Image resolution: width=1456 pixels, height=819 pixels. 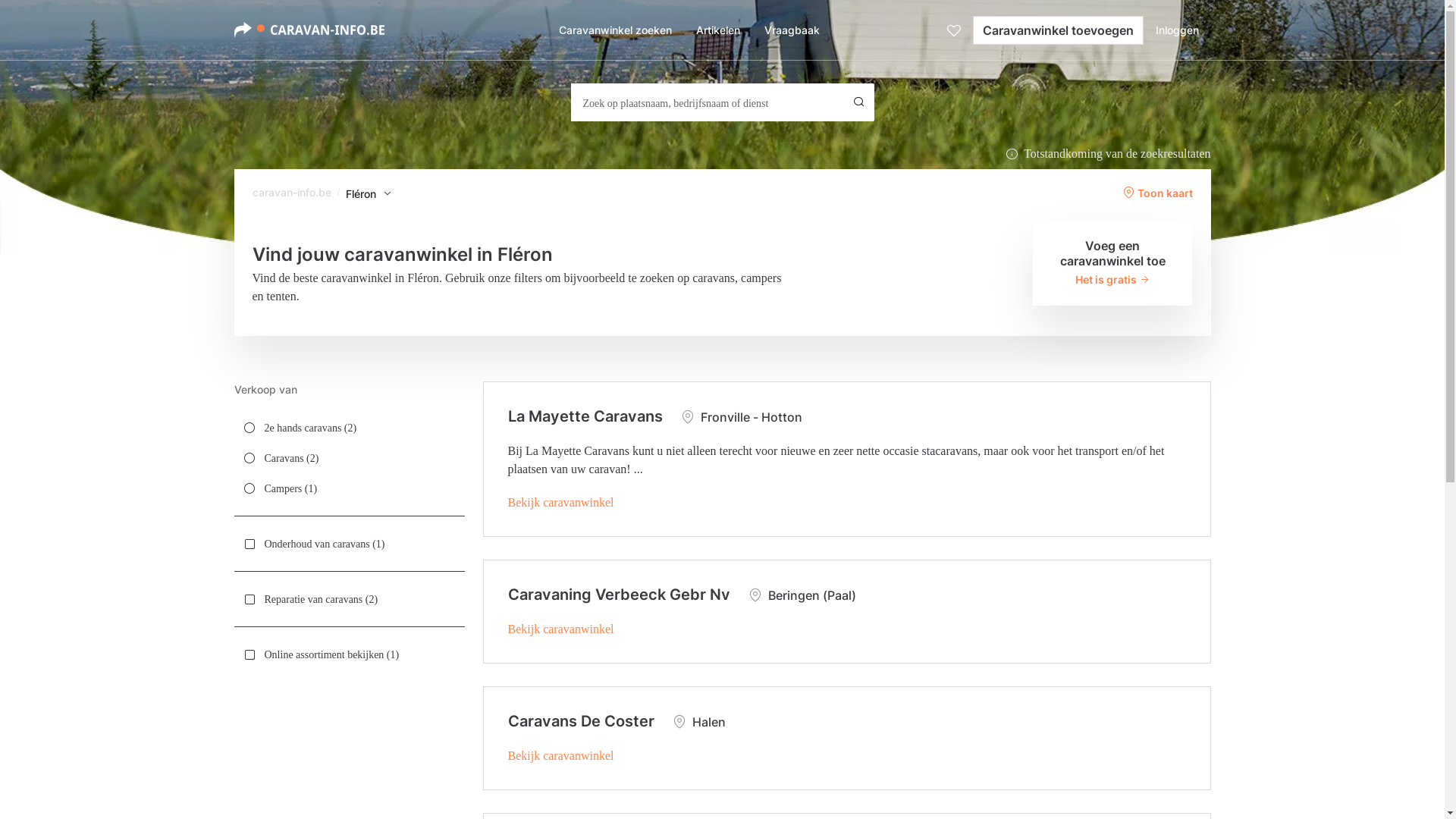 What do you see at coordinates (791, 30) in the screenshot?
I see `'Vraagbaak'` at bounding box center [791, 30].